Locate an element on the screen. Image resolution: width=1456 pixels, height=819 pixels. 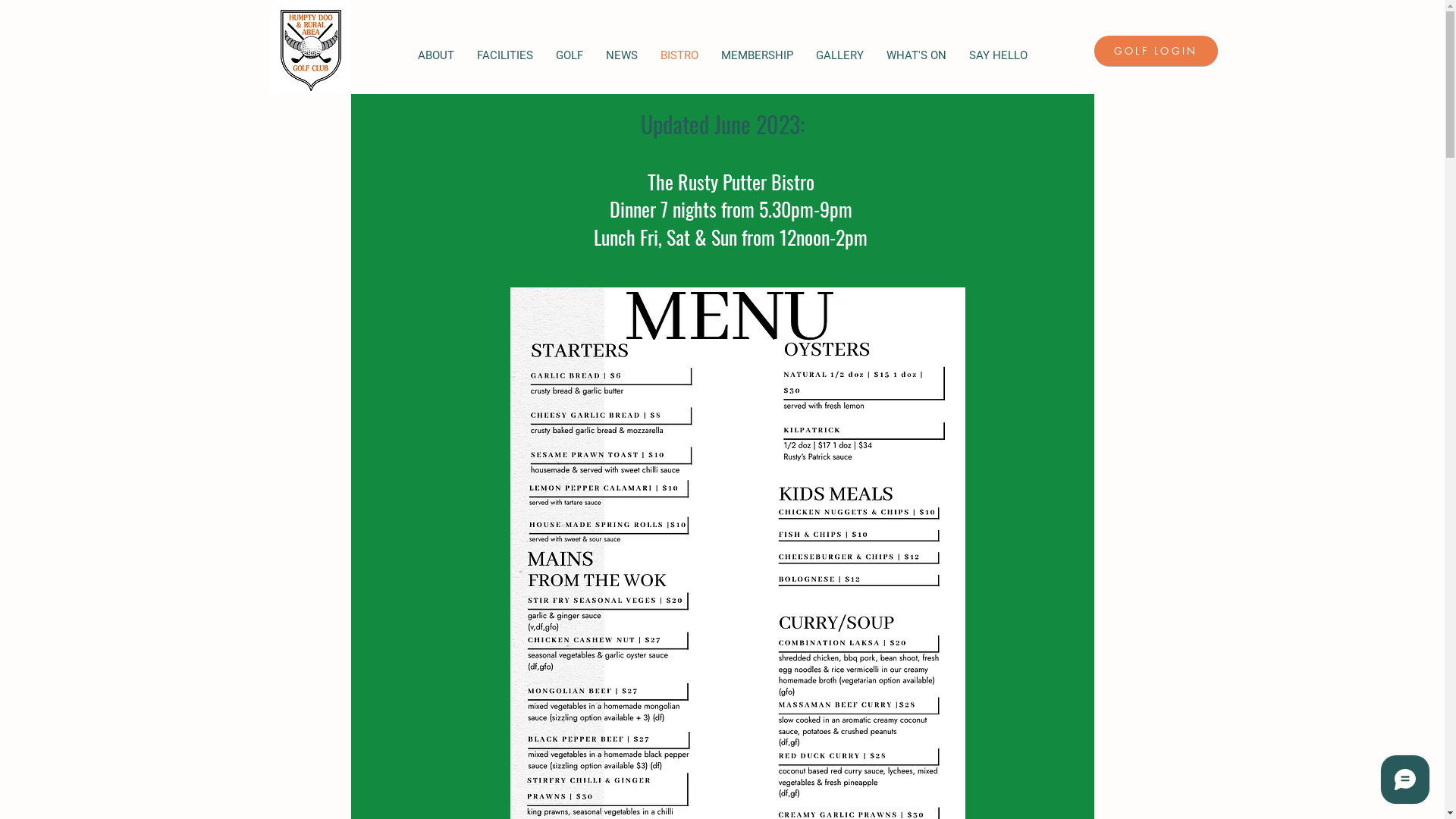
'ABOUT' is located at coordinates (435, 55).